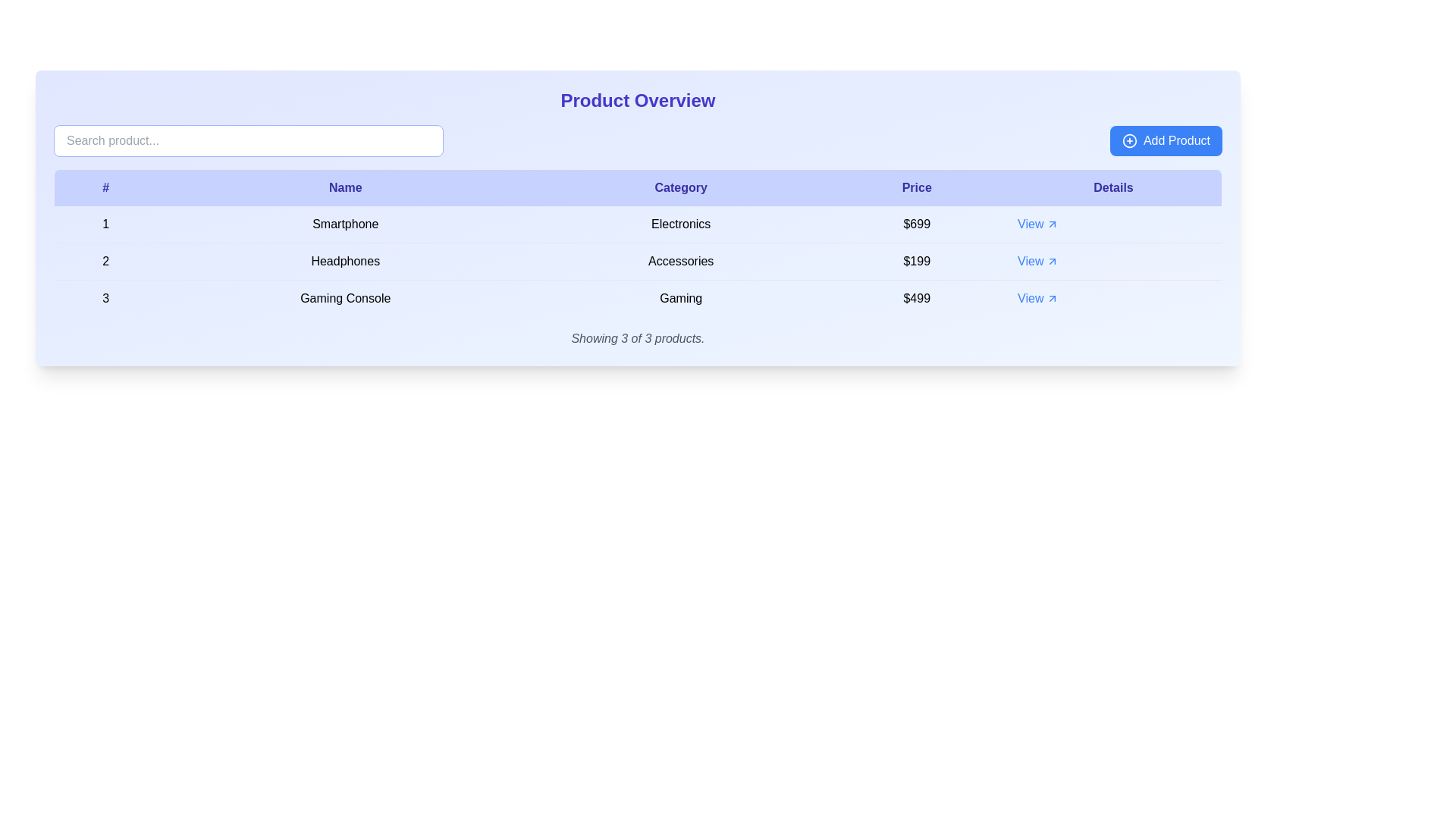 The image size is (1456, 819). What do you see at coordinates (680, 224) in the screenshot?
I see `the 'Electronics' text label located in the third column of the first row of the table, which is styled with padding and centered alignment` at bounding box center [680, 224].